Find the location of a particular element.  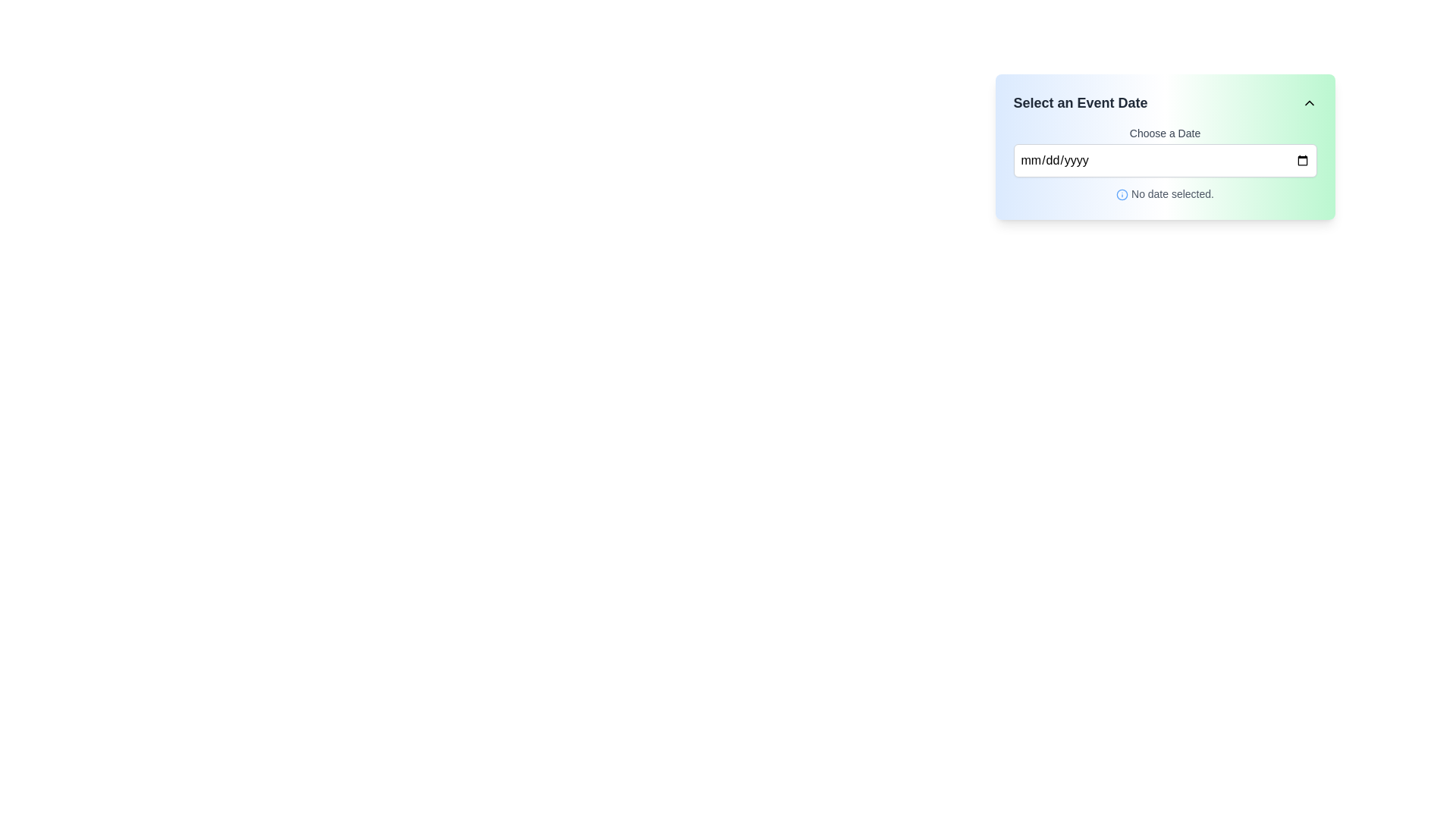

the triangular icon button pointing upwards located to the right of the 'Select an Event Date' section is located at coordinates (1308, 102).